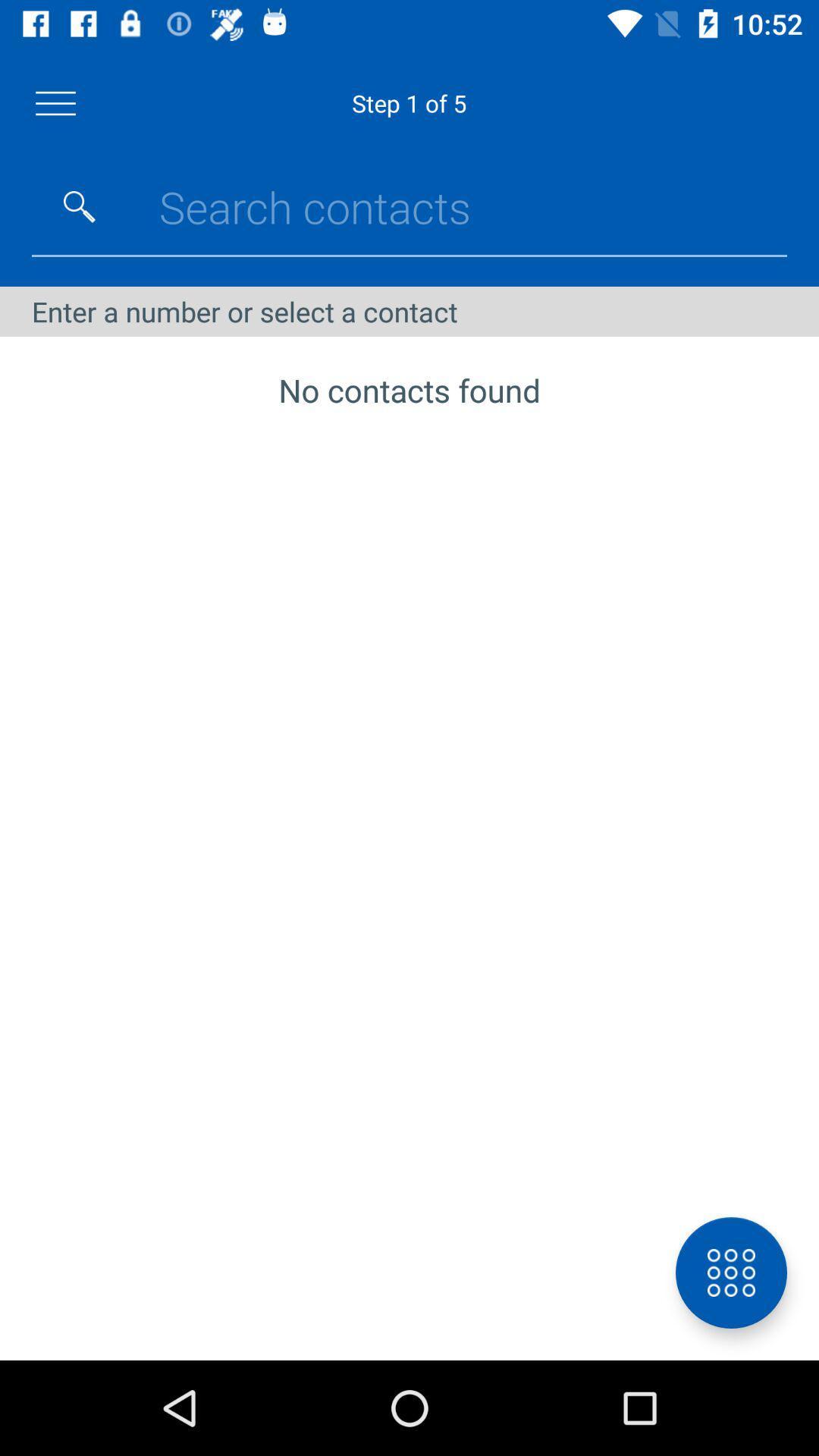 The height and width of the screenshot is (1456, 819). What do you see at coordinates (79, 206) in the screenshot?
I see `item to the left of the search contacts item` at bounding box center [79, 206].